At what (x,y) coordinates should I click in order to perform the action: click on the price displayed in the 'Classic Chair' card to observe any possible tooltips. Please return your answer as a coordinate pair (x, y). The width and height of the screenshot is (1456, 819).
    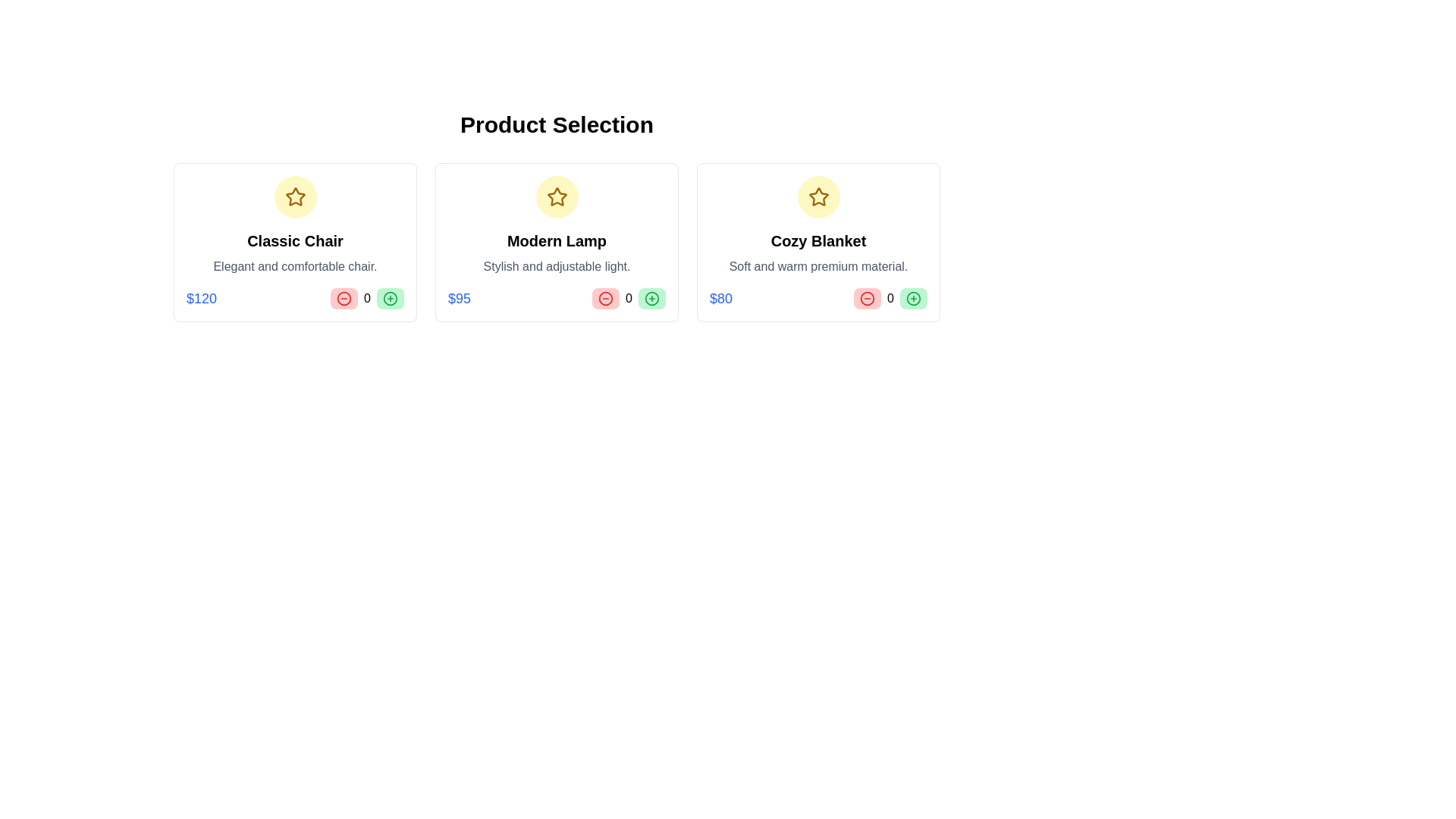
    Looking at the image, I should click on (295, 298).